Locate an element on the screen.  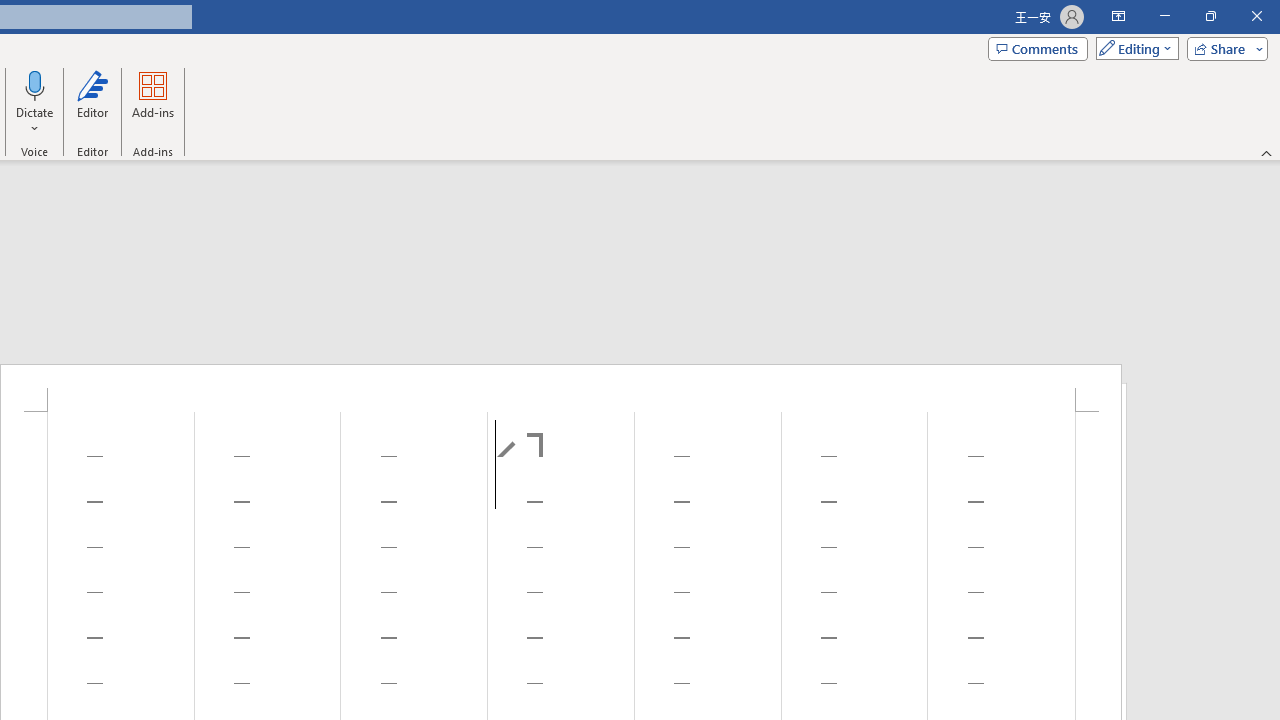
'Ribbon Display Options' is located at coordinates (1117, 16).